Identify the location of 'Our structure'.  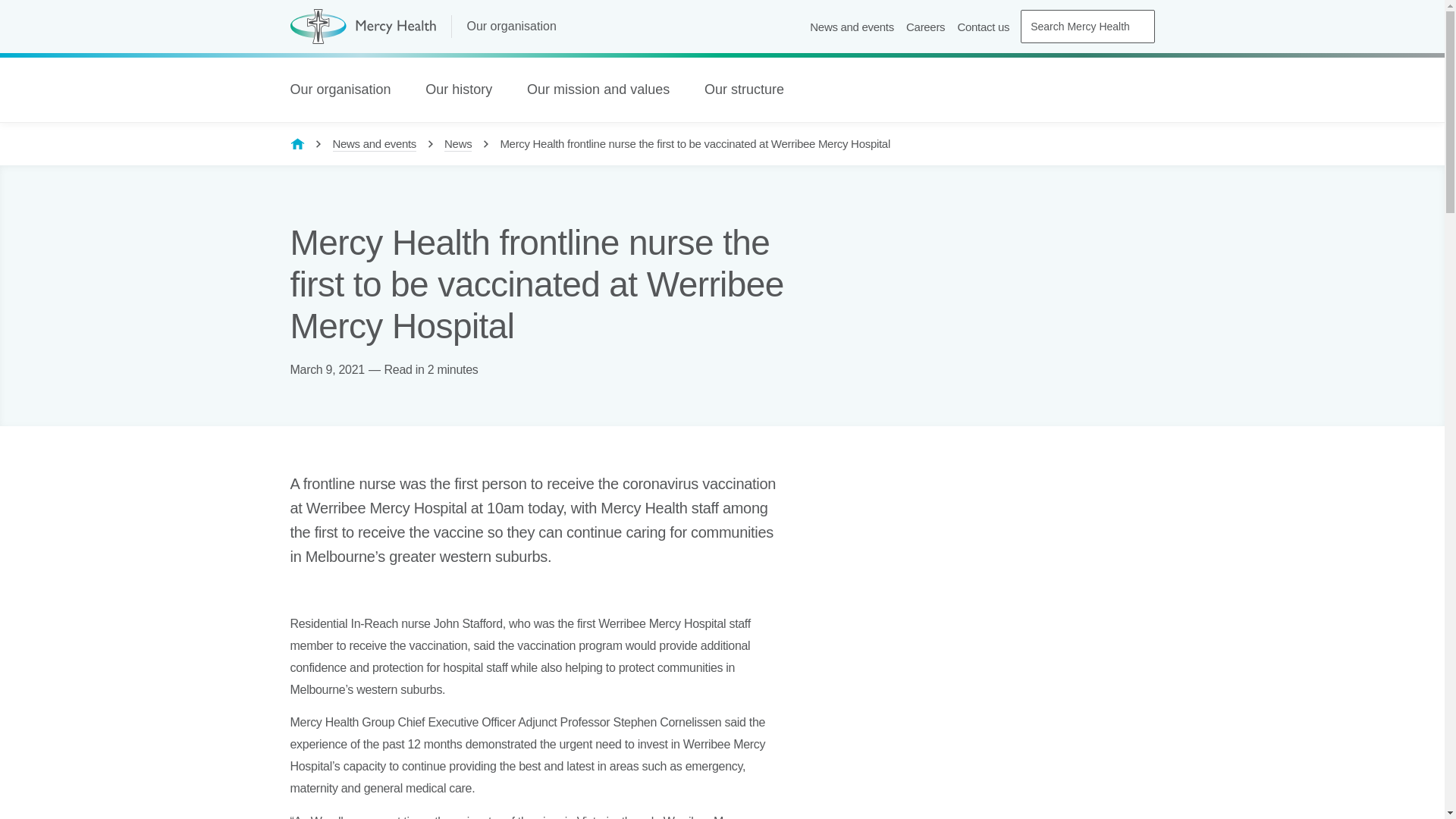
(750, 89).